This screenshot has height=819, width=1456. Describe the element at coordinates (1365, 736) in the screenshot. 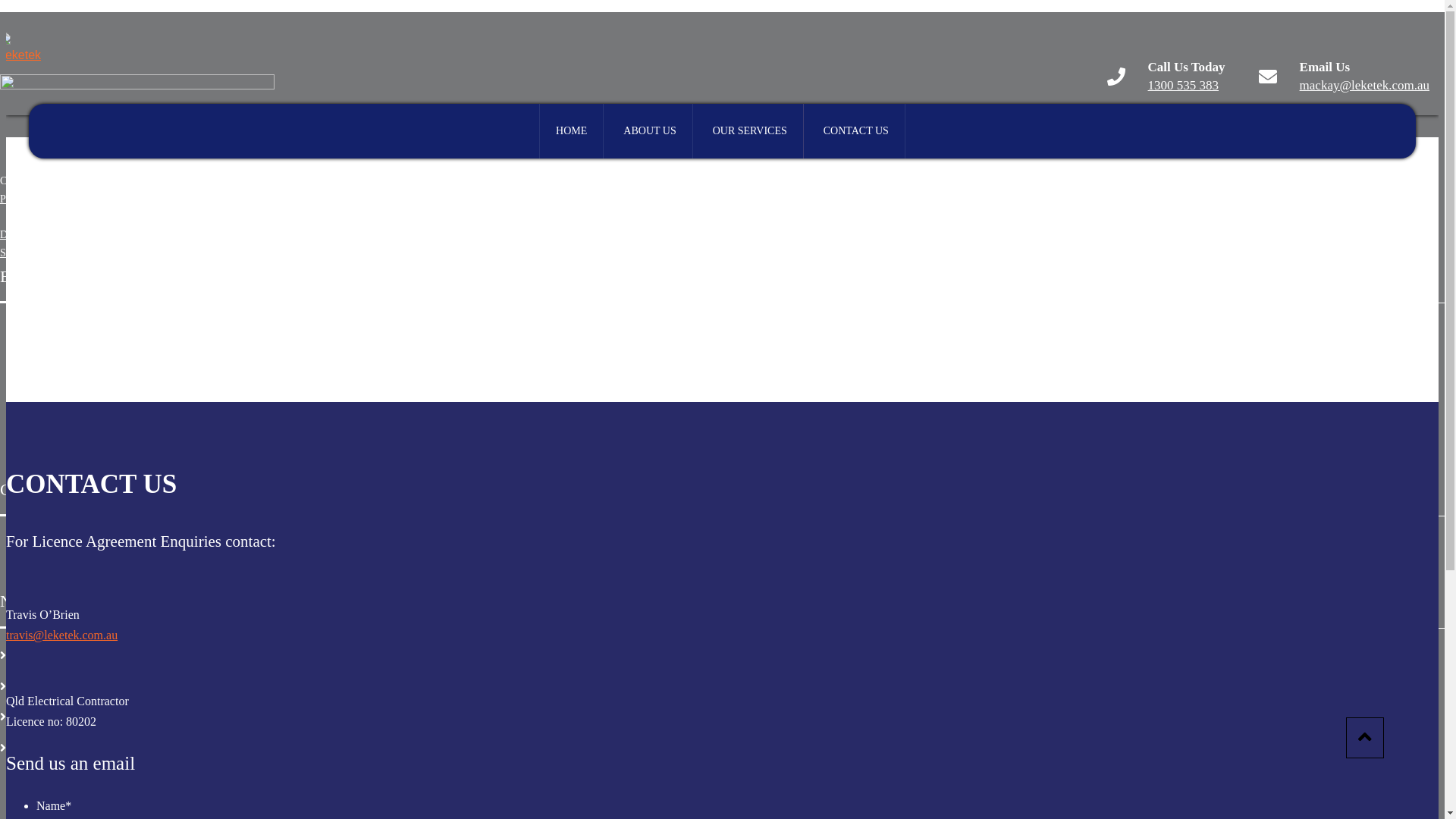

I see `'Scroll to top'` at that location.